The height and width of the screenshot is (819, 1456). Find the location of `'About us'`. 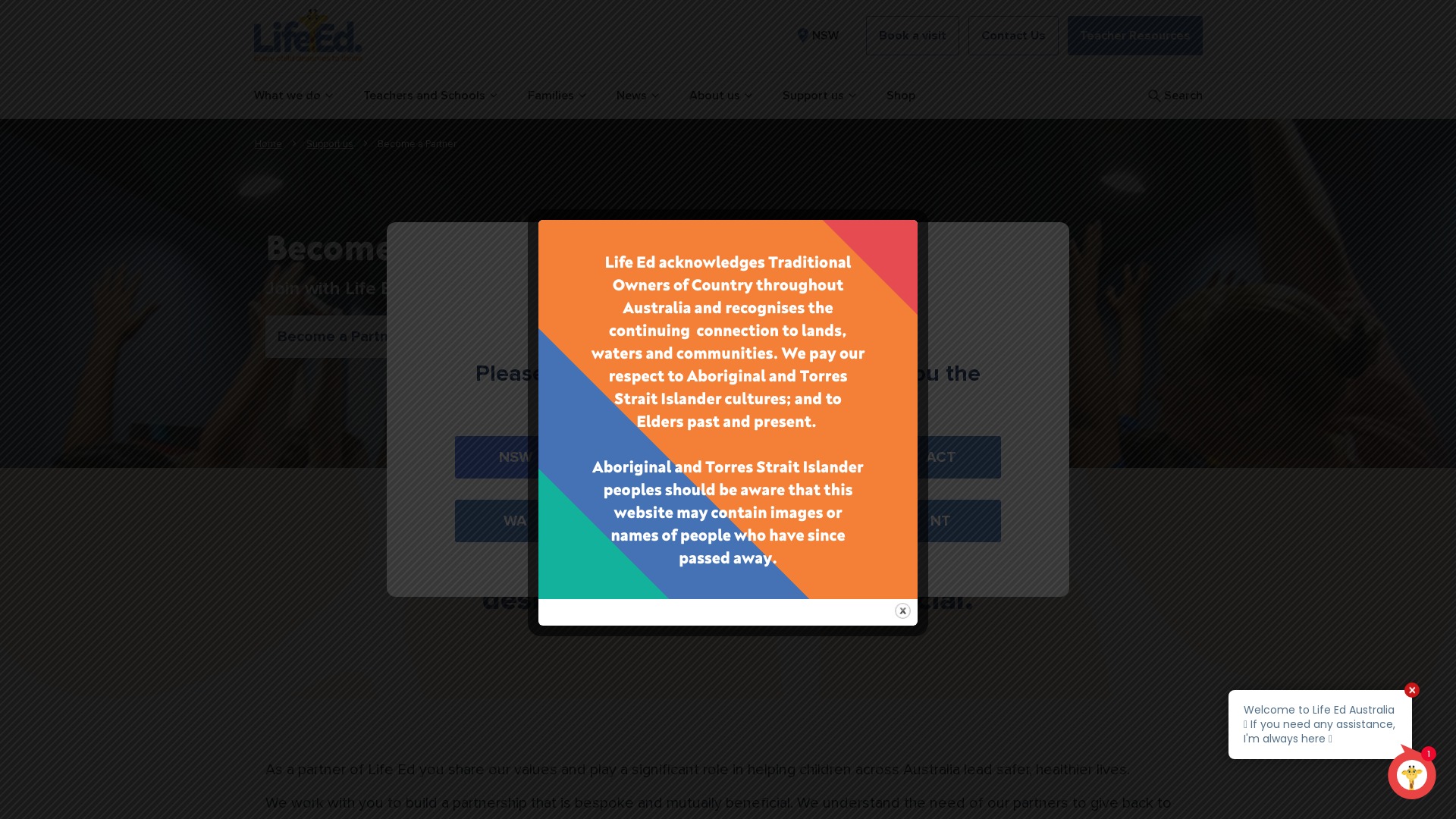

'About us' is located at coordinates (719, 96).